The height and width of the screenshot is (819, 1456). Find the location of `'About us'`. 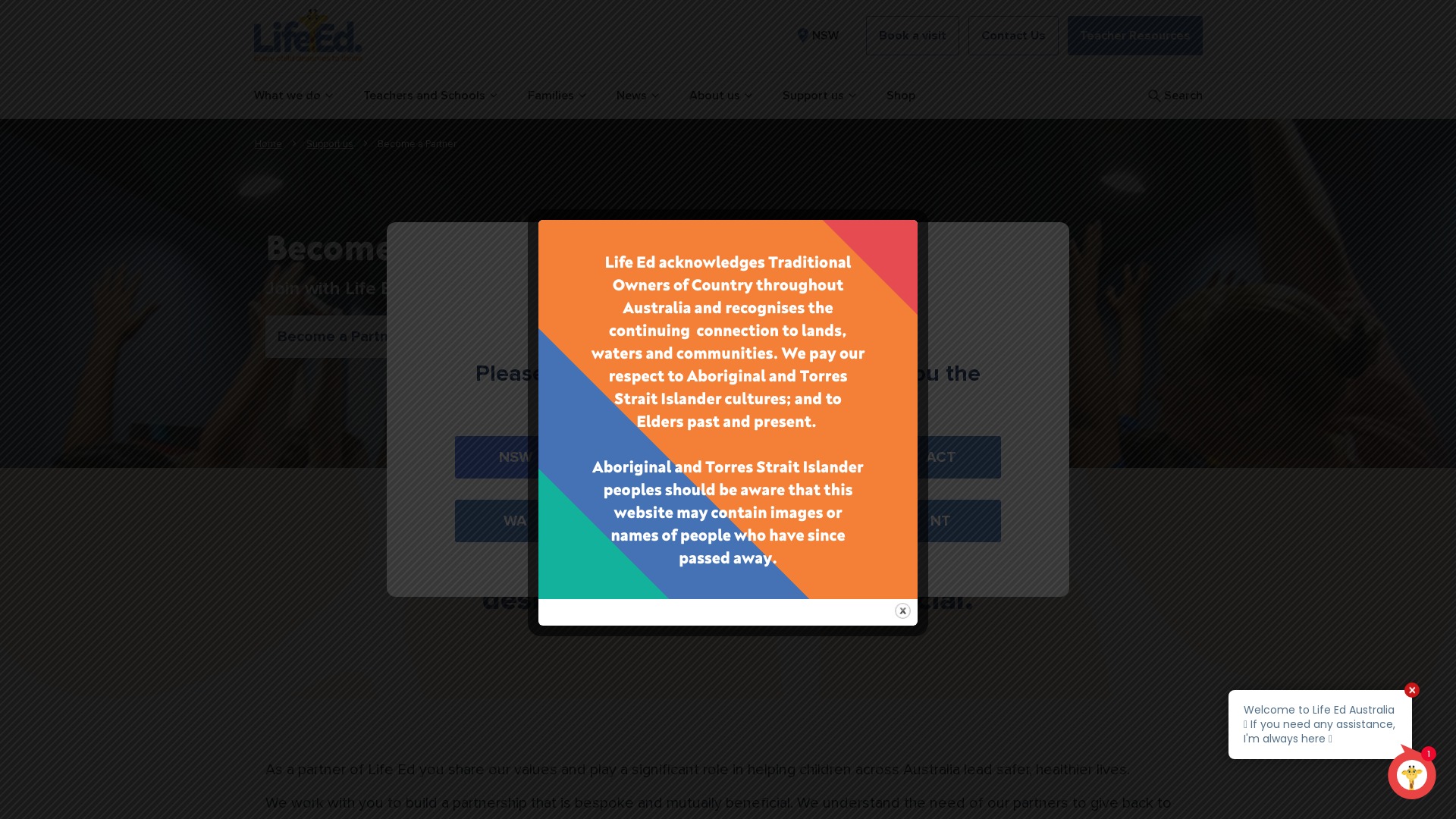

'About us' is located at coordinates (719, 96).